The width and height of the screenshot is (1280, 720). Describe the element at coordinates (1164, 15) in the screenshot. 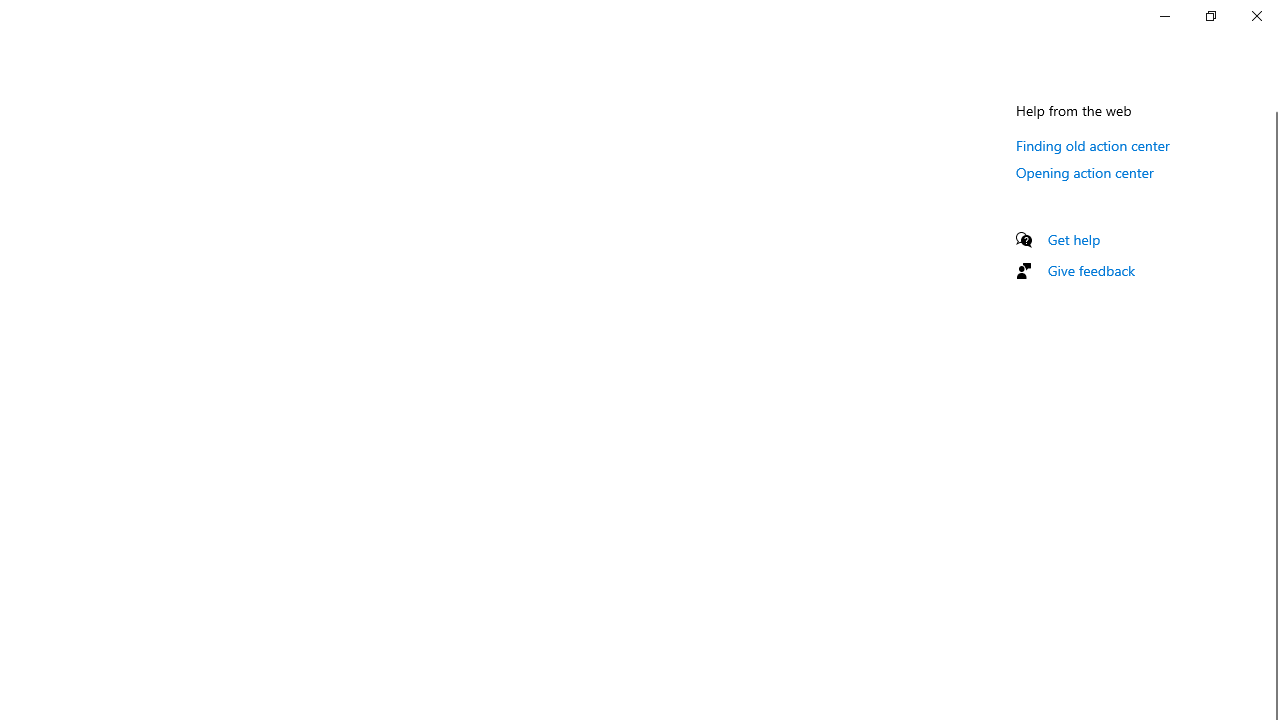

I see `'Minimize Settings'` at that location.